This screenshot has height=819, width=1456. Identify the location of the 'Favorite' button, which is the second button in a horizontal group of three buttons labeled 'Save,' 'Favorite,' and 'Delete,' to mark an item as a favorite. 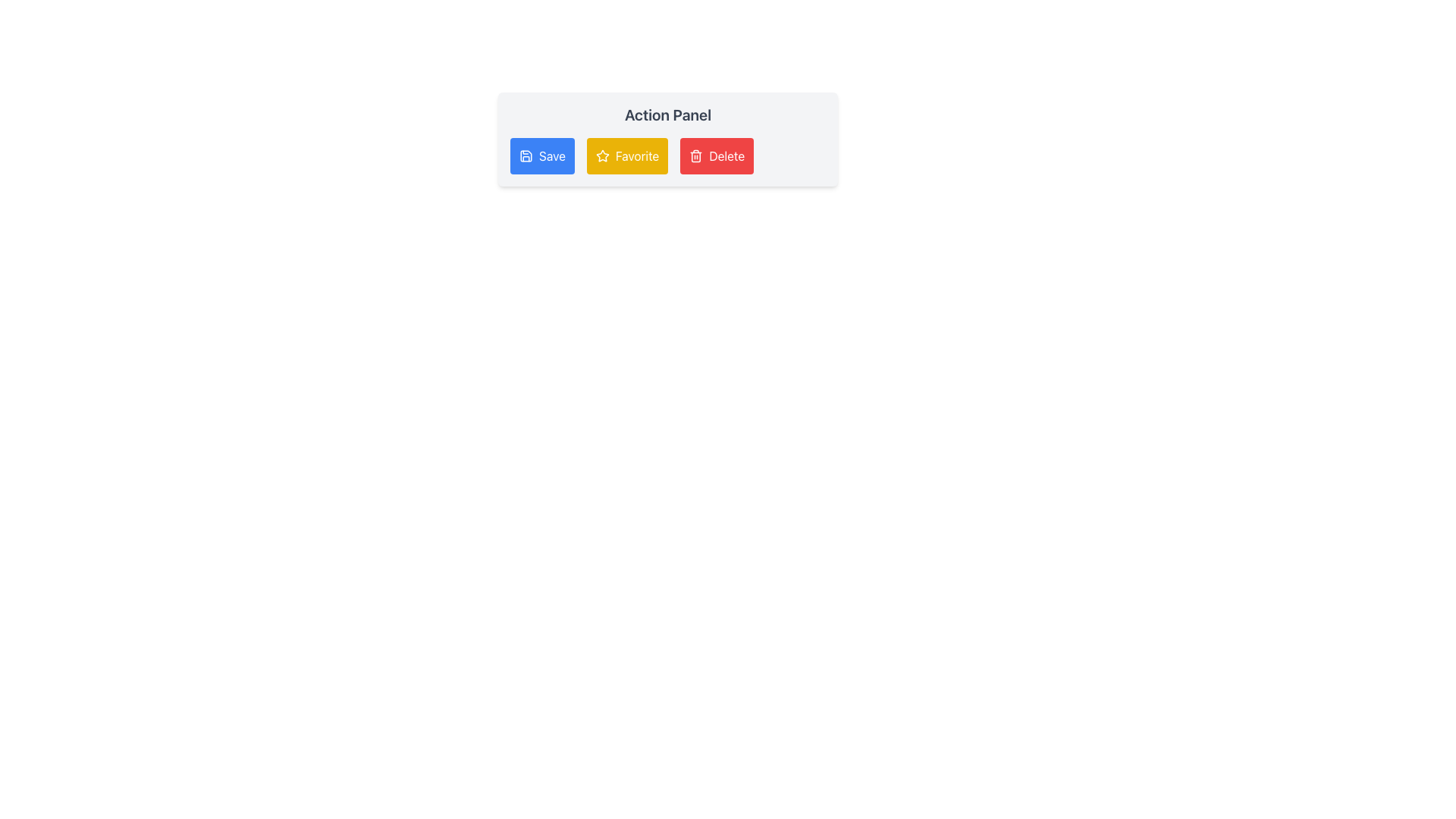
(627, 155).